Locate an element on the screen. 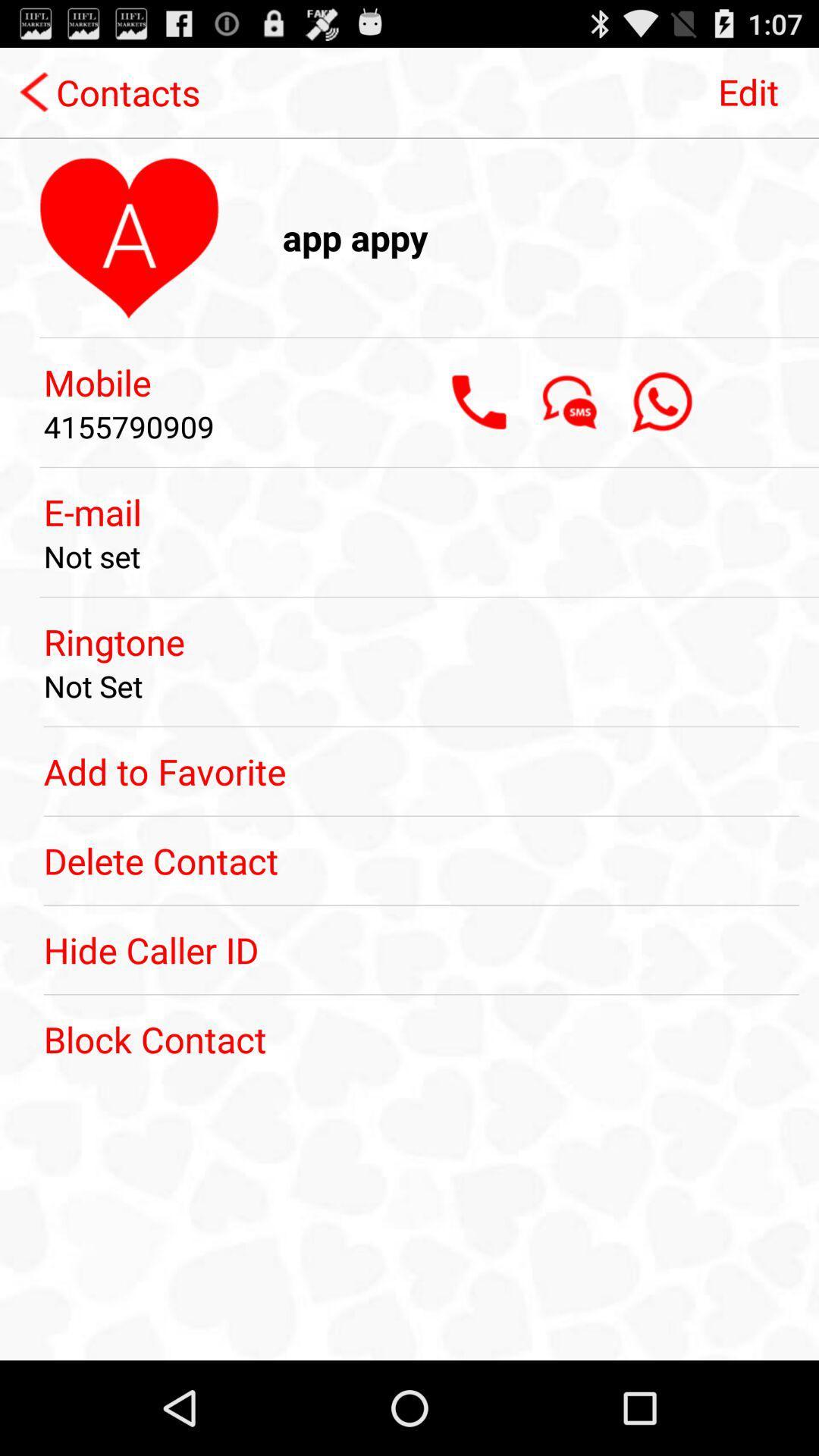 The width and height of the screenshot is (819, 1456). send a message is located at coordinates (570, 402).